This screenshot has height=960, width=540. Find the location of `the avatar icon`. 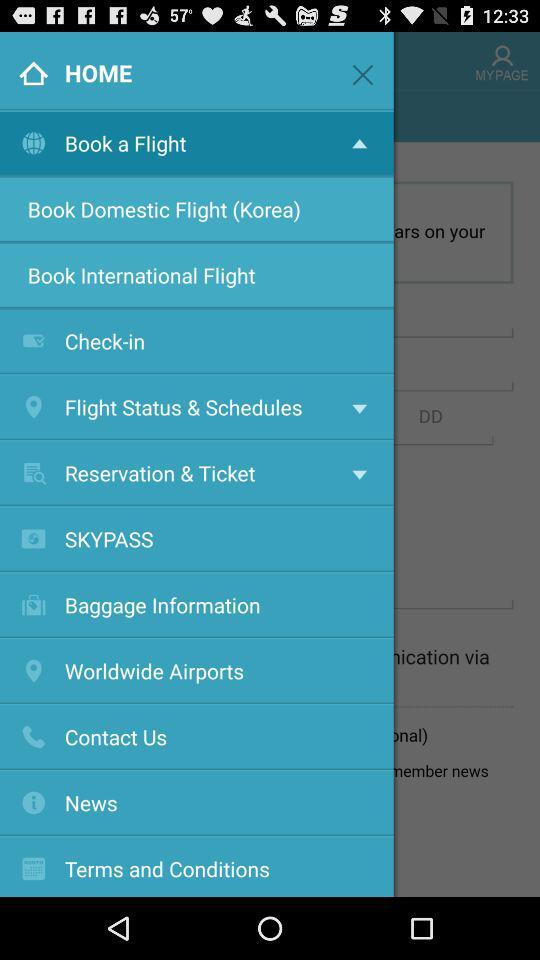

the avatar icon is located at coordinates (501, 64).